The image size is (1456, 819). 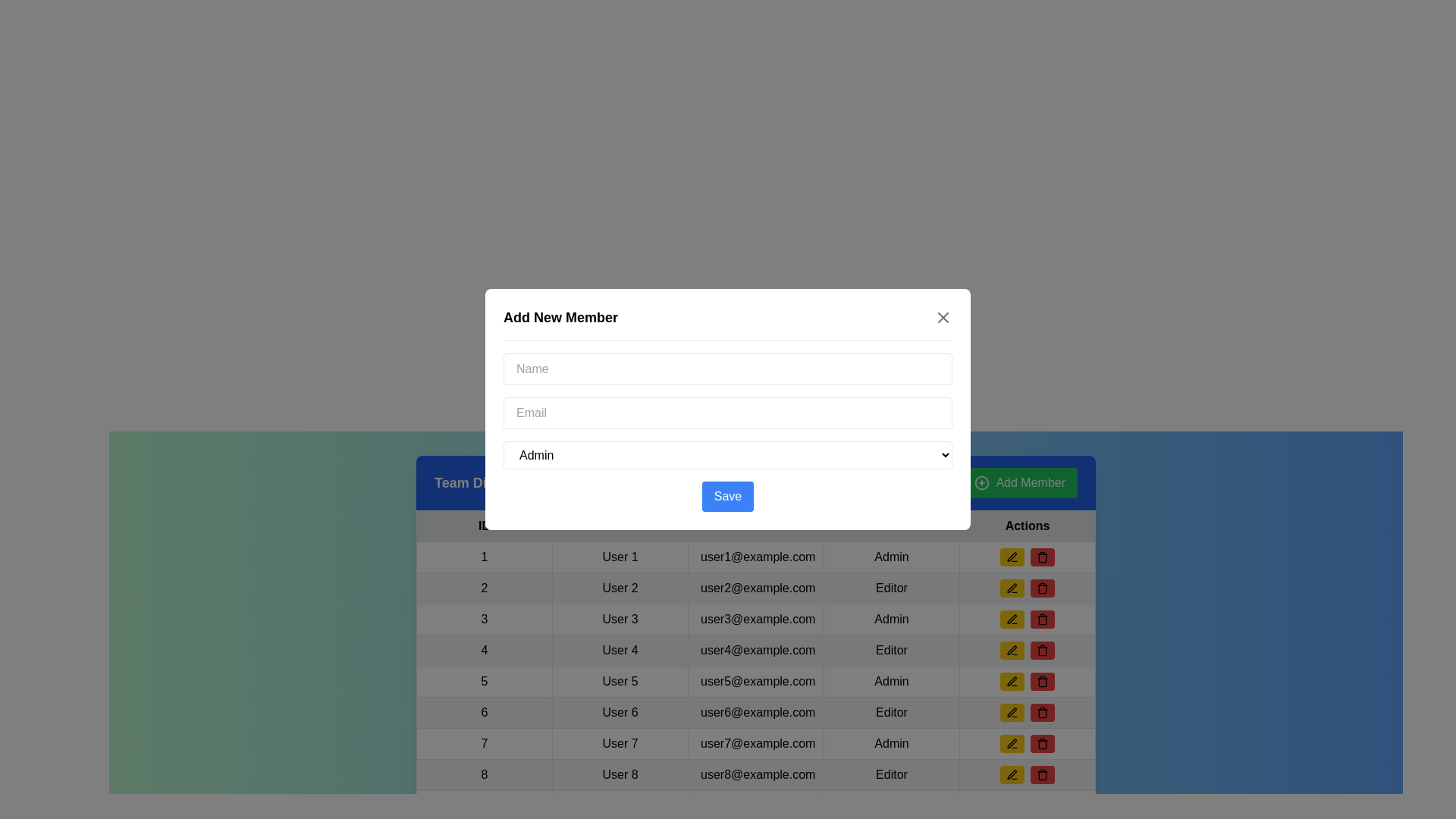 What do you see at coordinates (892, 557) in the screenshot?
I see `text label indicating the role of 'User 1' located in the fourth cell of the 'Role' column in the table` at bounding box center [892, 557].